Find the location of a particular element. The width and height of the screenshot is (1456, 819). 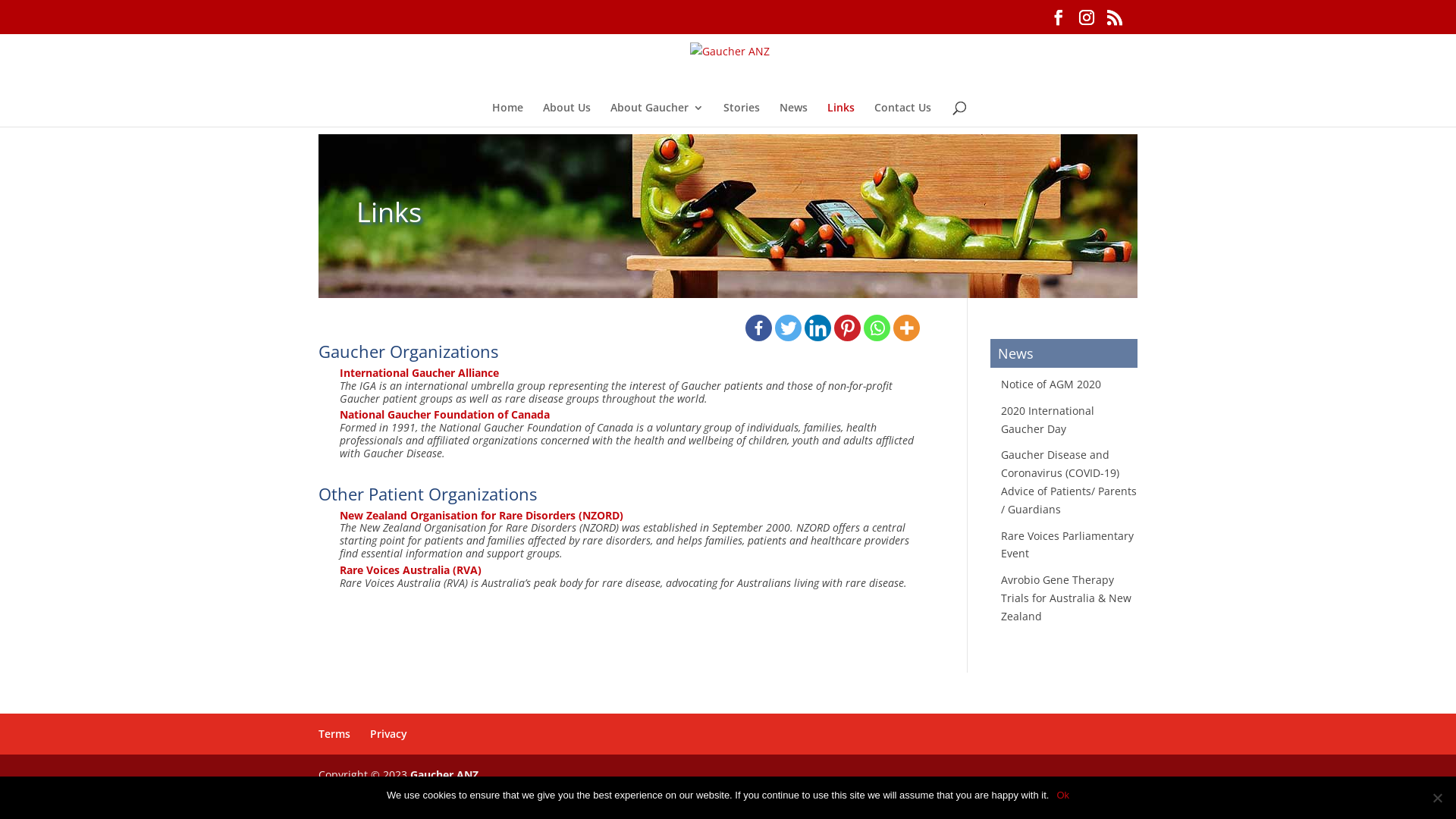

'Rare Voices Parliamentary Event' is located at coordinates (1066, 544).